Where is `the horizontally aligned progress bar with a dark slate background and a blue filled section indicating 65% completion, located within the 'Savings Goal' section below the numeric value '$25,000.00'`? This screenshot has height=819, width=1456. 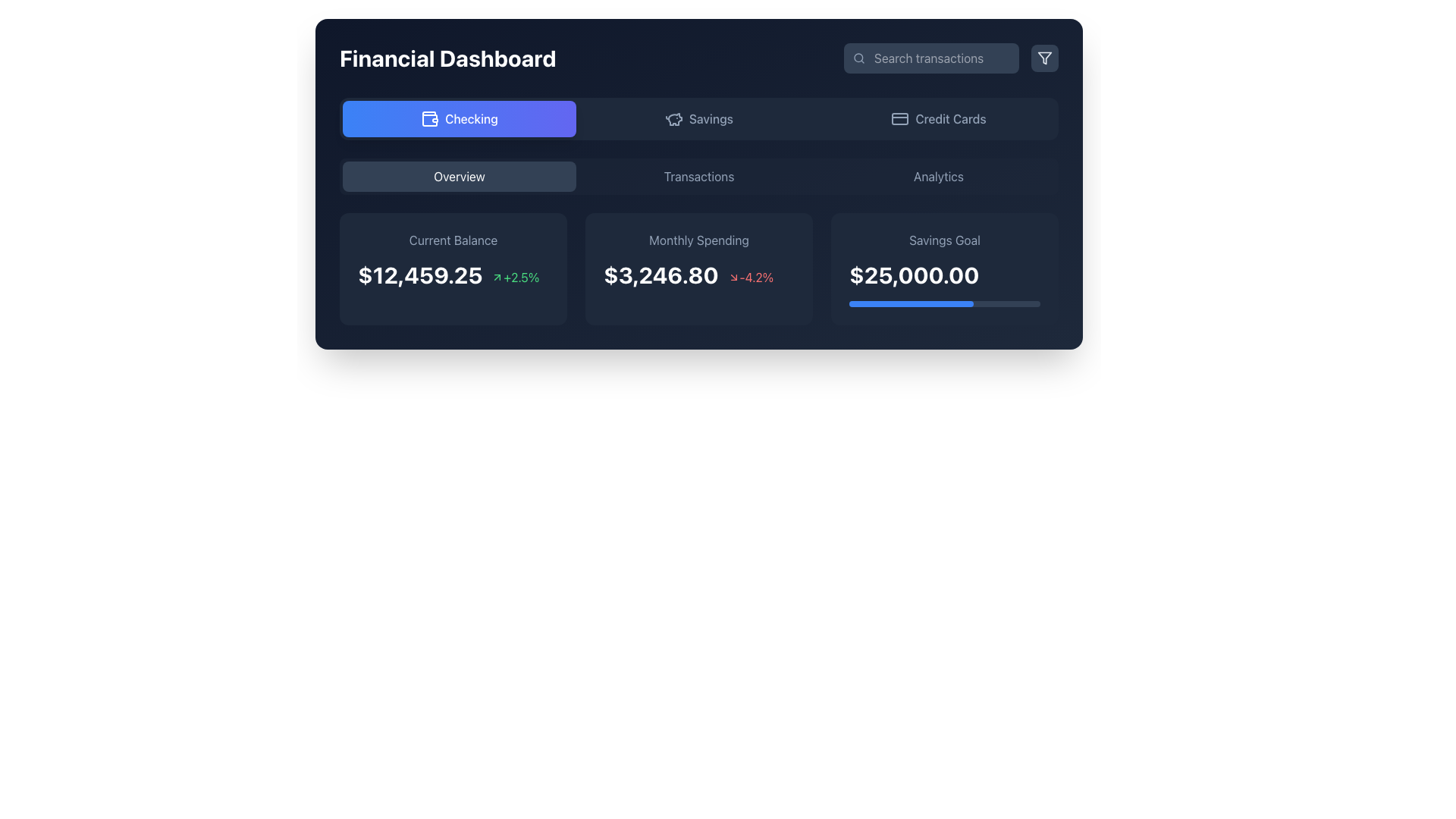
the horizontally aligned progress bar with a dark slate background and a blue filled section indicating 65% completion, located within the 'Savings Goal' section below the numeric value '$25,000.00' is located at coordinates (944, 304).